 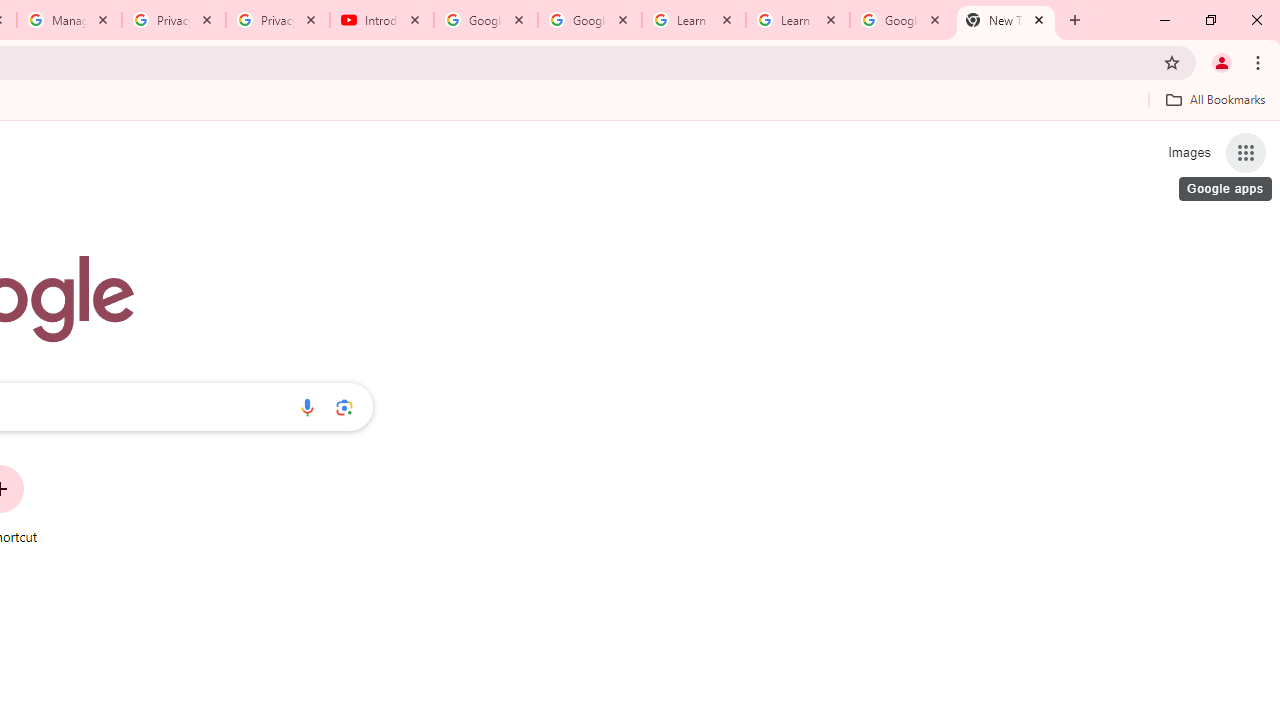 I want to click on 'Search by image', so click(x=344, y=406).